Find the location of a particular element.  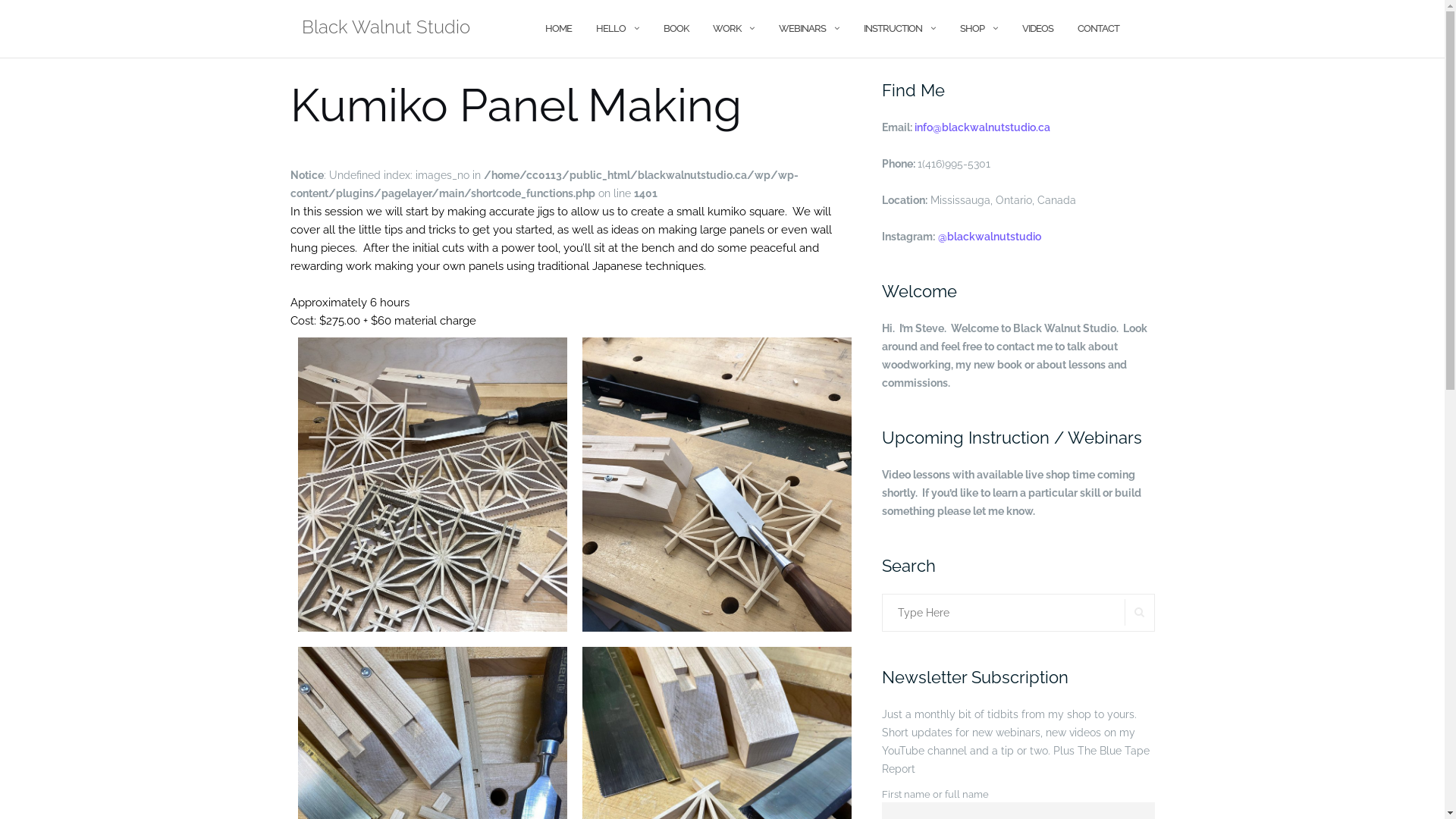

'info@blackwalnutstudio.ca' is located at coordinates (982, 127).